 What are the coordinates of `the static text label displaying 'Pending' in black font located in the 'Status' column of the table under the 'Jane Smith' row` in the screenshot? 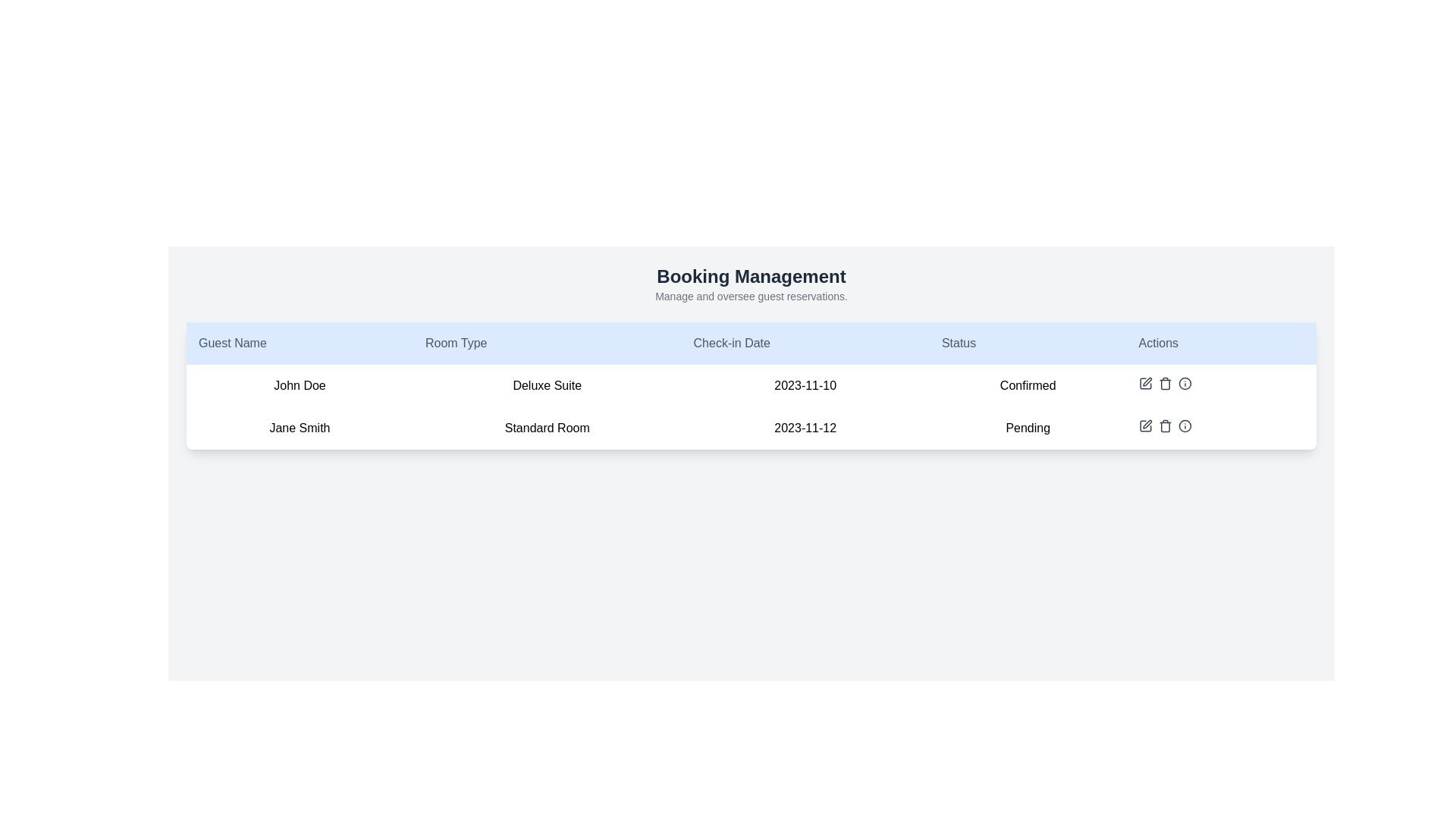 It's located at (1028, 428).